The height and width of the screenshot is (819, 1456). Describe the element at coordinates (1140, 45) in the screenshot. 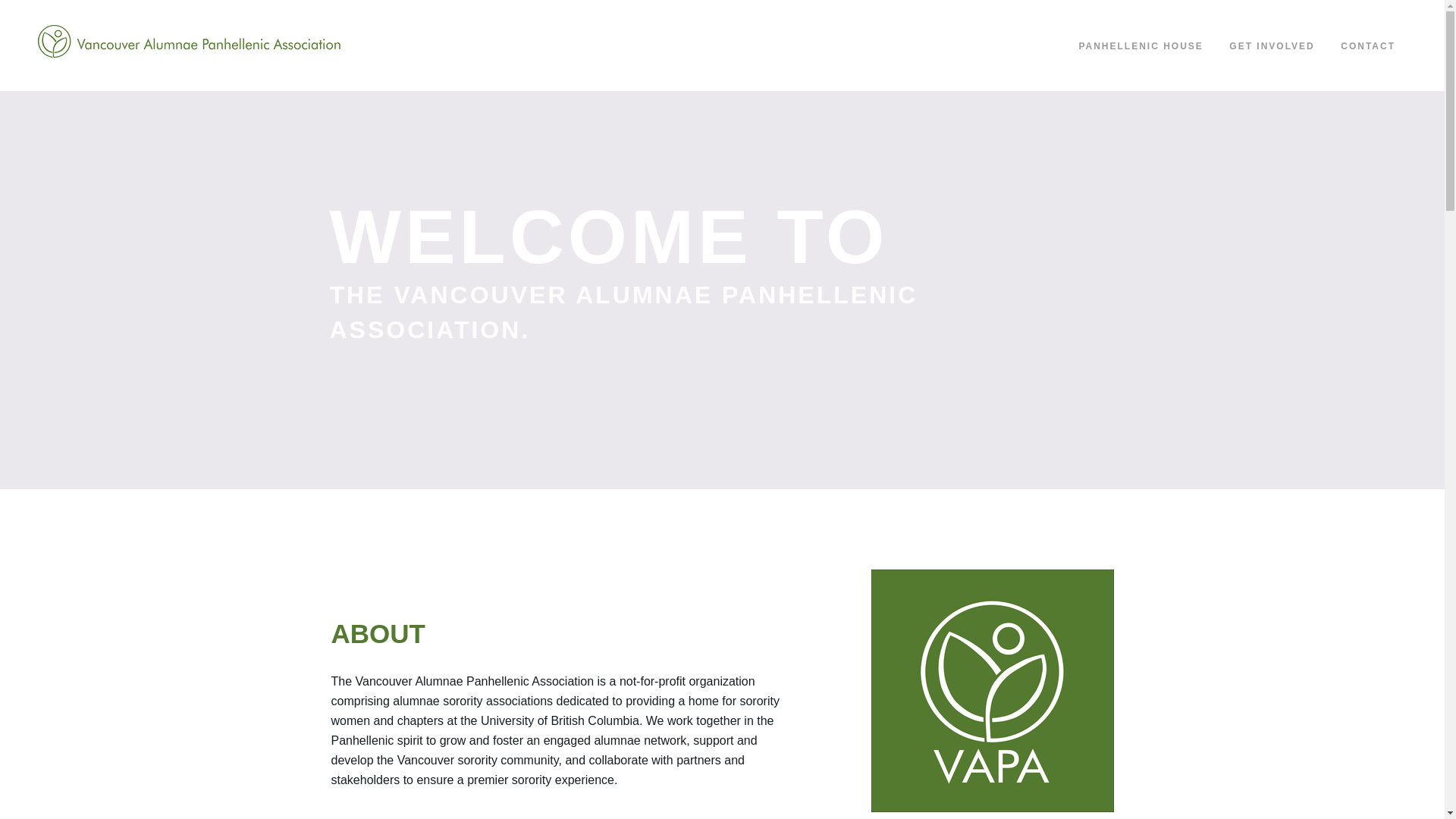

I see `'PANHELLENIC HOUSE'` at that location.